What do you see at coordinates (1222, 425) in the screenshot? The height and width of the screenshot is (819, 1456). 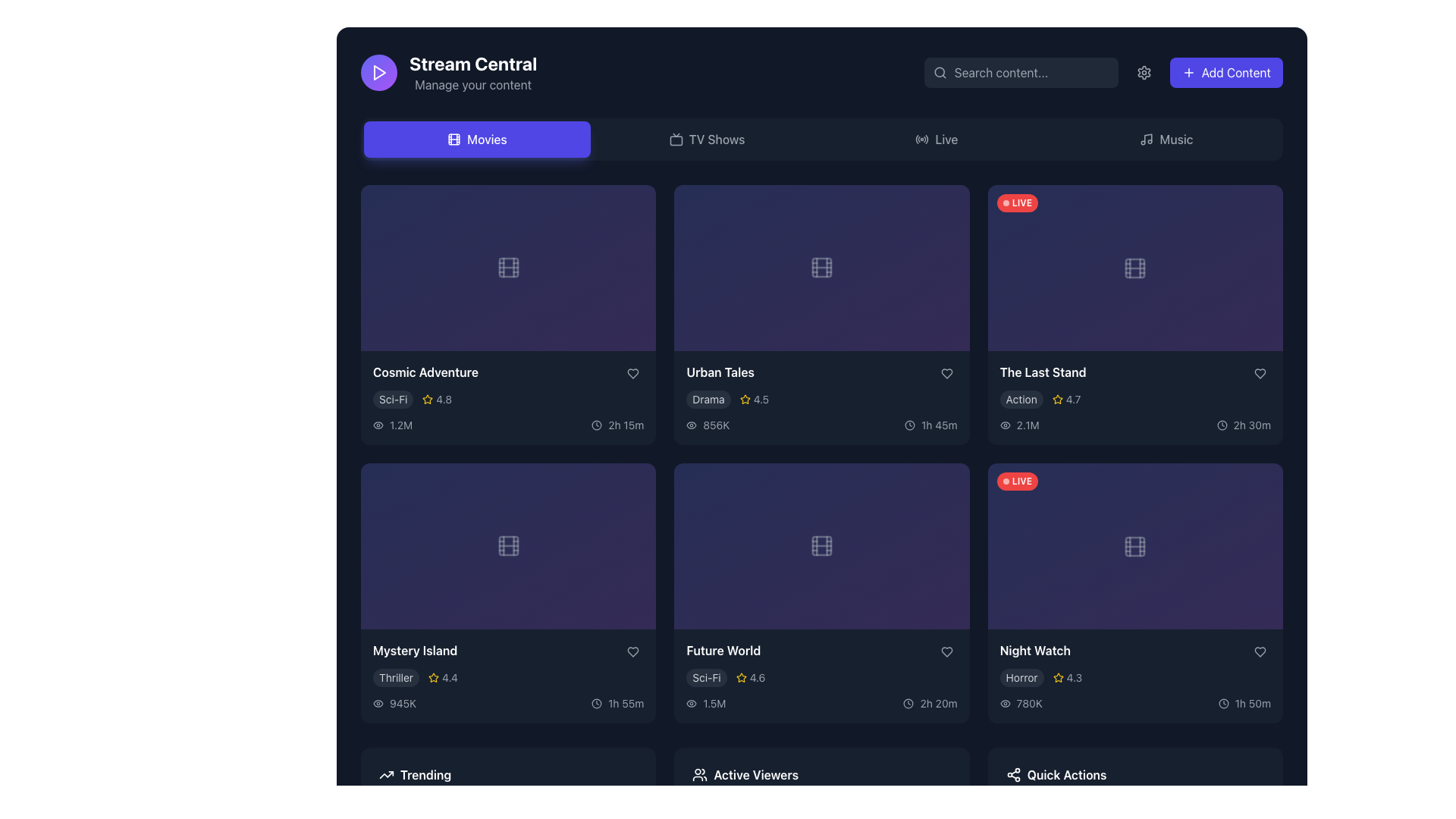 I see `the clock icon located at the bottom-right section of 'The Last Stand' card, which visually represents the pending time of '2h 30m'` at bounding box center [1222, 425].